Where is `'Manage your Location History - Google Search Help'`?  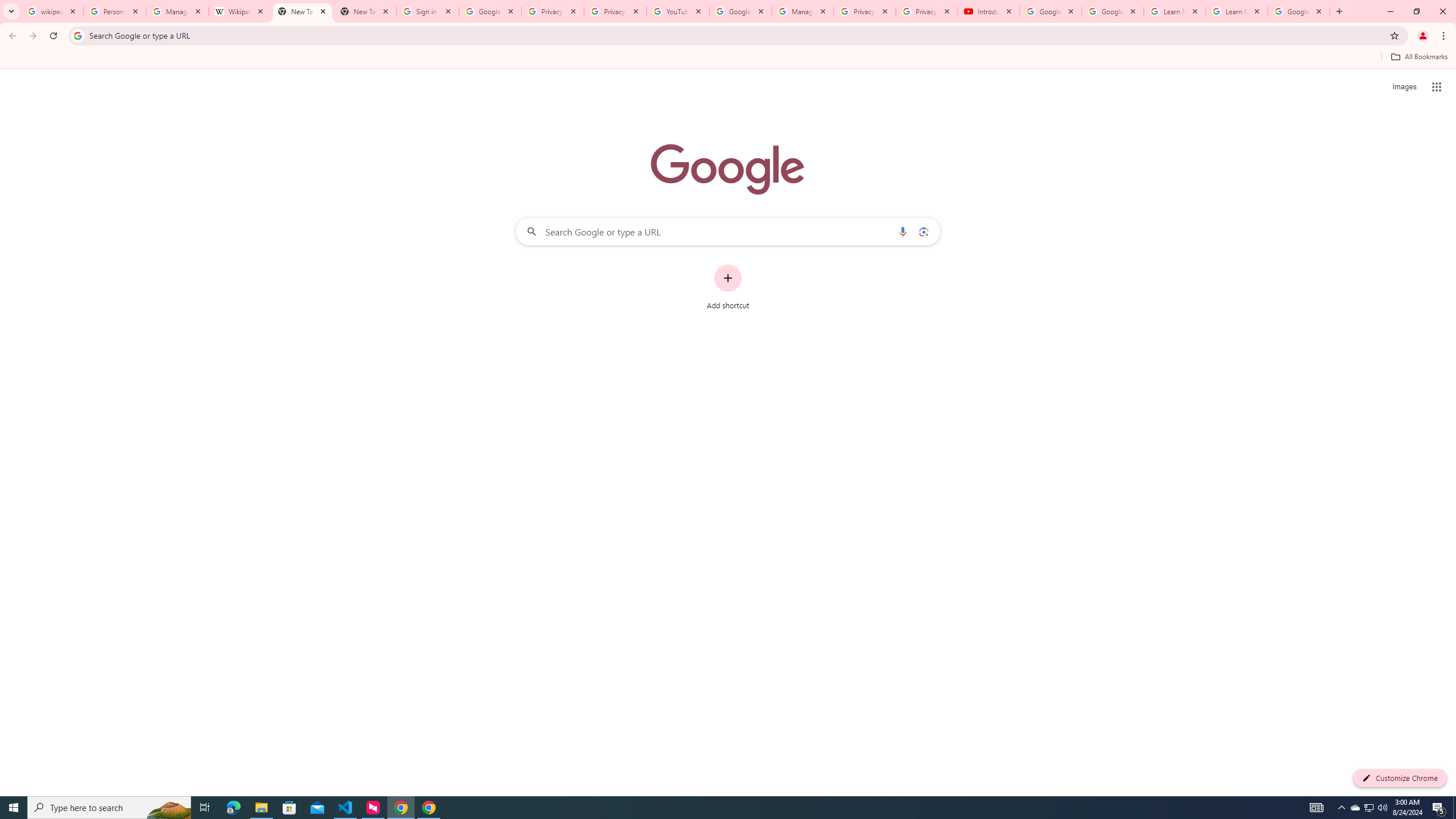
'Manage your Location History - Google Search Help' is located at coordinates (177, 11).